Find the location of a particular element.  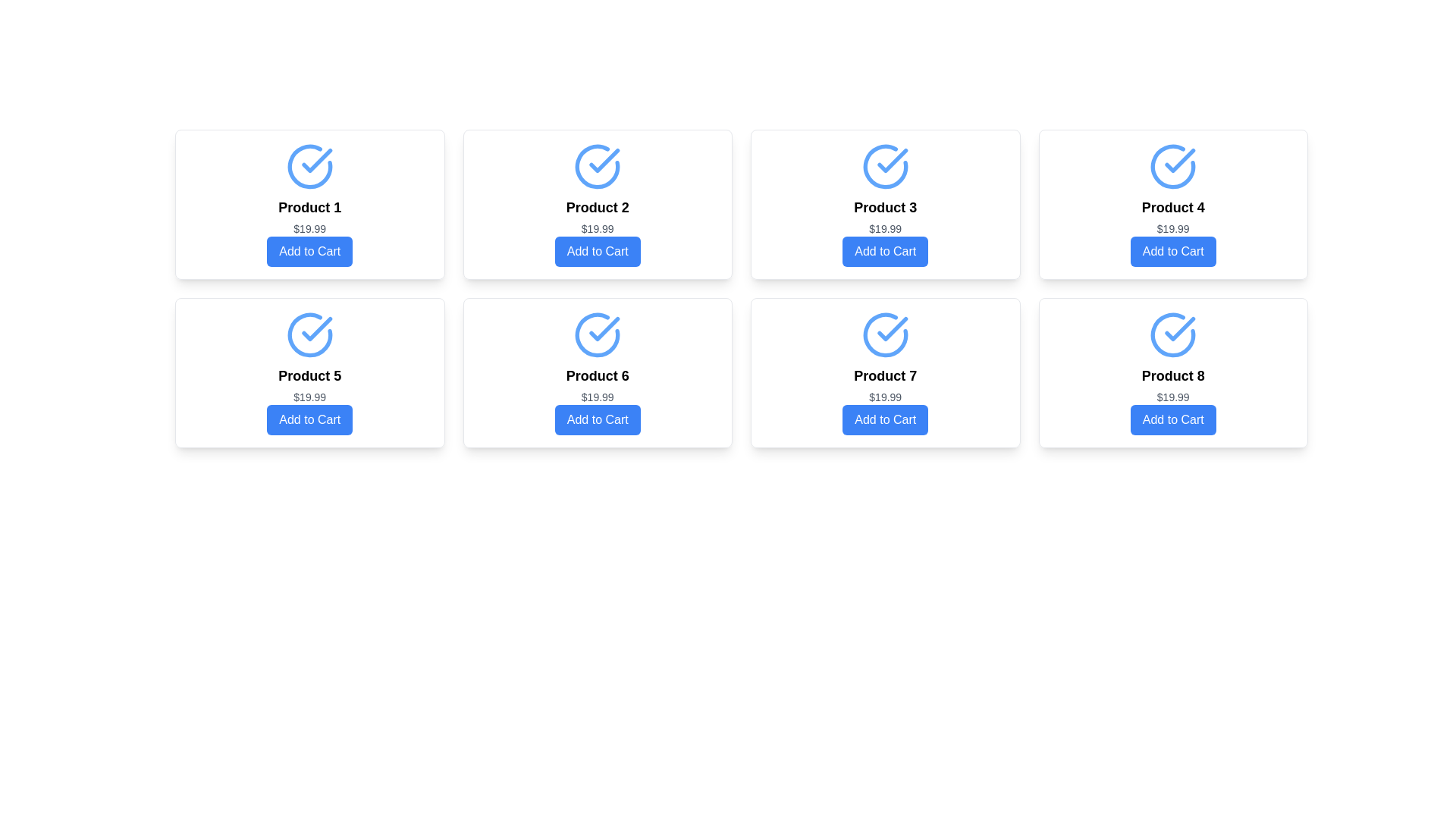

product name displayed in the text label located in the bottom-right corner of the card component is located at coordinates (1172, 375).